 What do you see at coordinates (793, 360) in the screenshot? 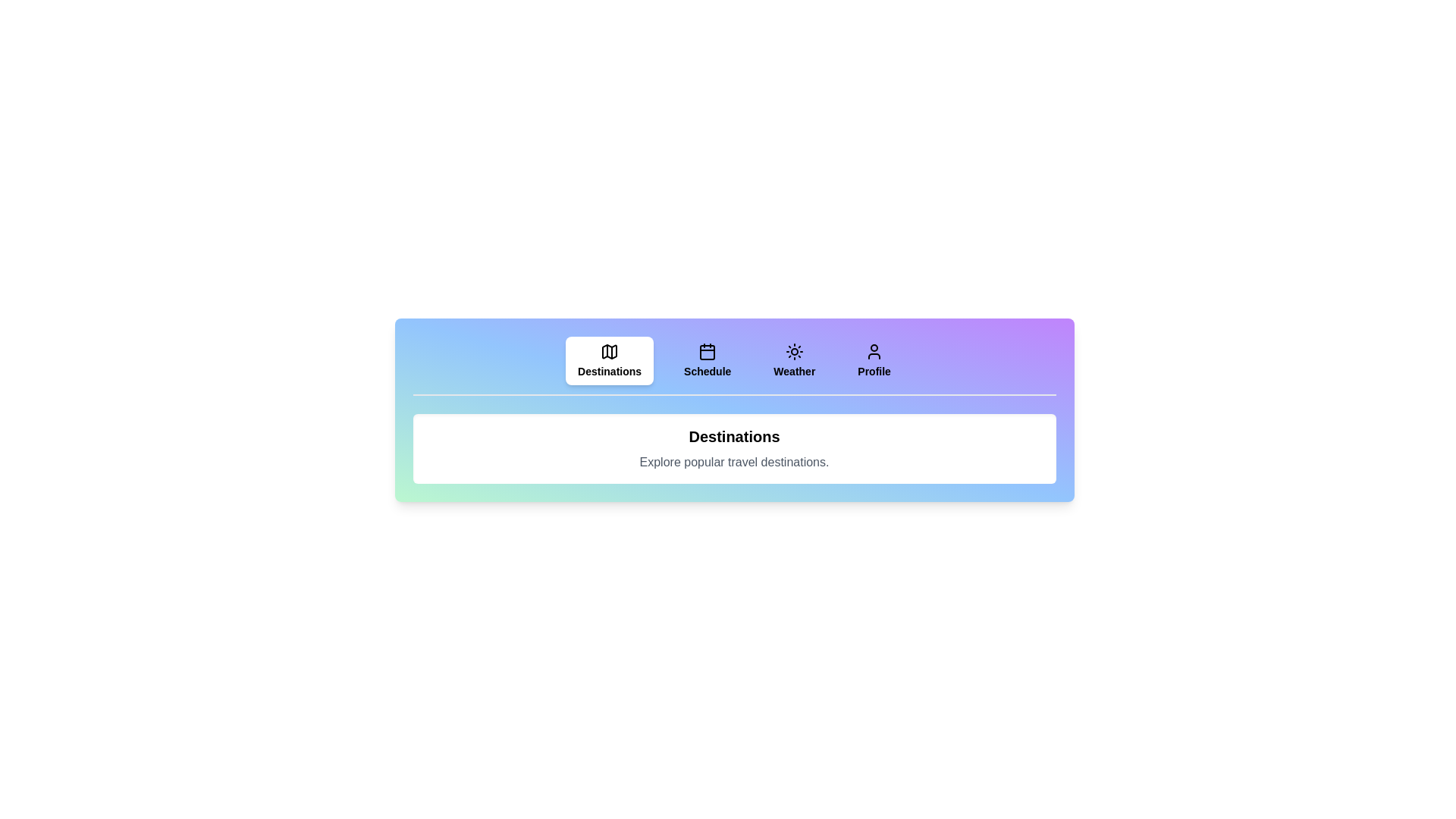
I see `the Weather tab to see its hover effect` at bounding box center [793, 360].